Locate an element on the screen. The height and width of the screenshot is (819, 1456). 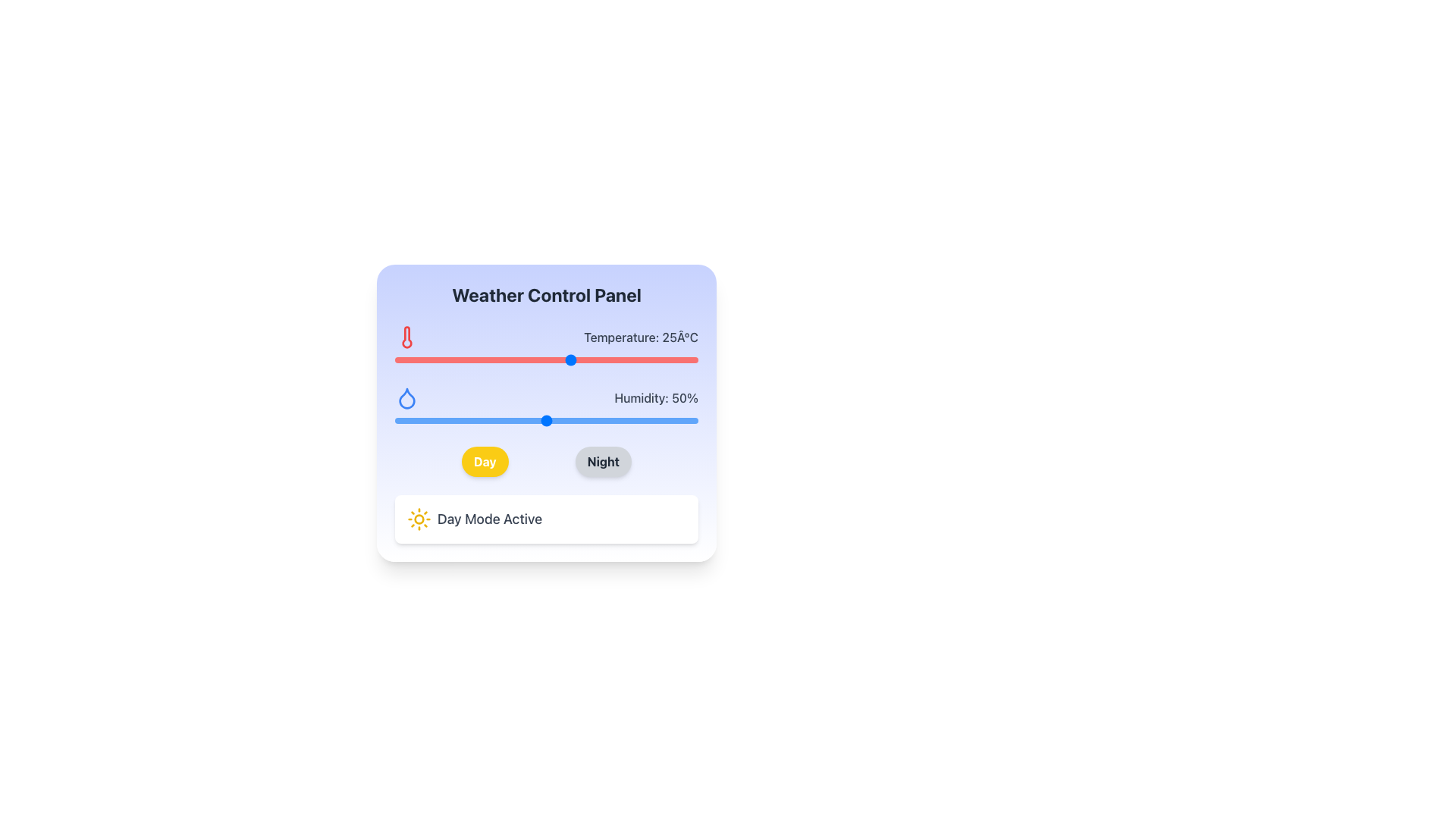
humidity is located at coordinates (610, 421).